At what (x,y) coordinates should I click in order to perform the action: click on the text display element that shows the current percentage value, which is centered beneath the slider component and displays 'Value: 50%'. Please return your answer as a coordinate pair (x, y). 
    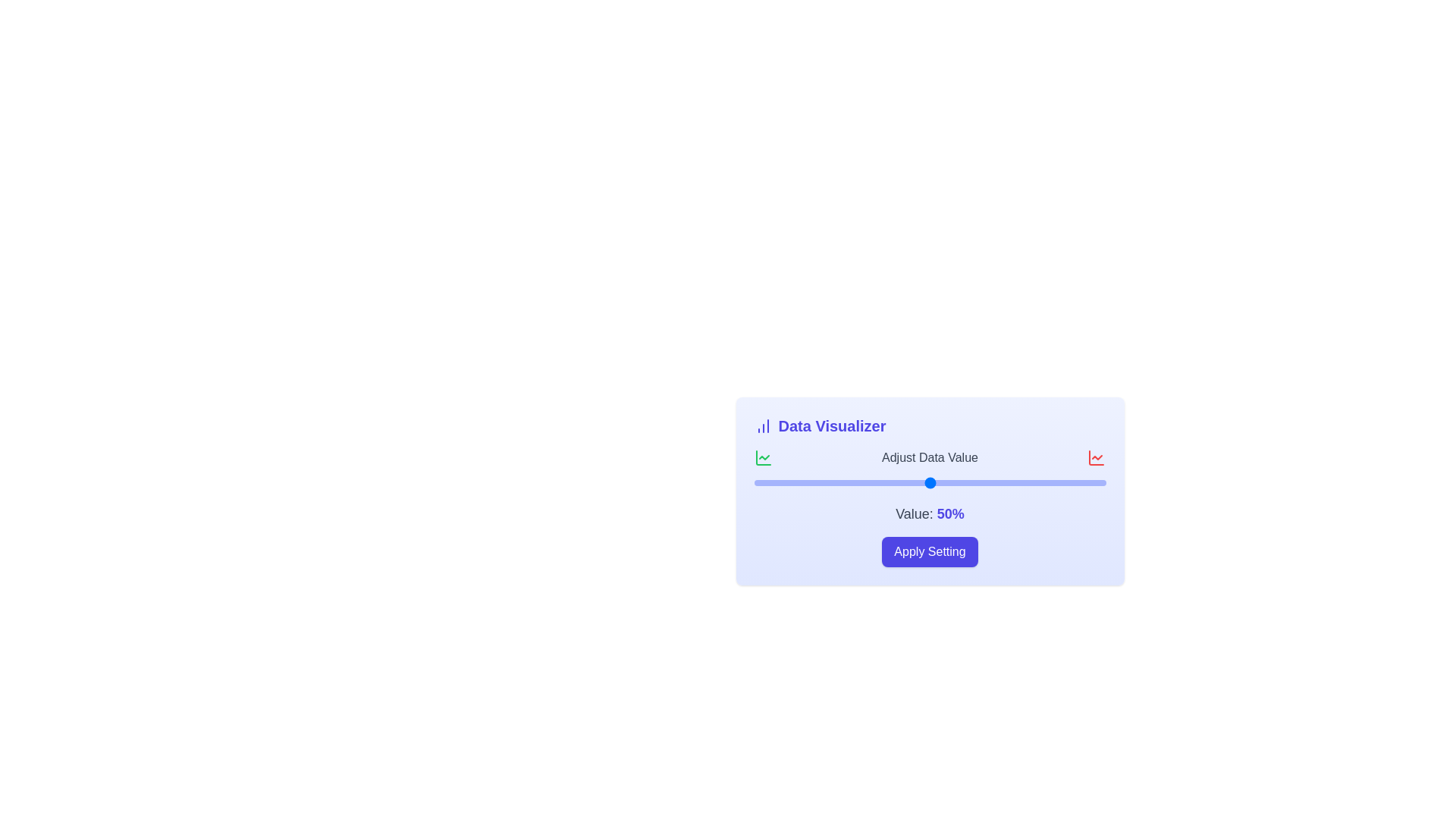
    Looking at the image, I should click on (949, 513).